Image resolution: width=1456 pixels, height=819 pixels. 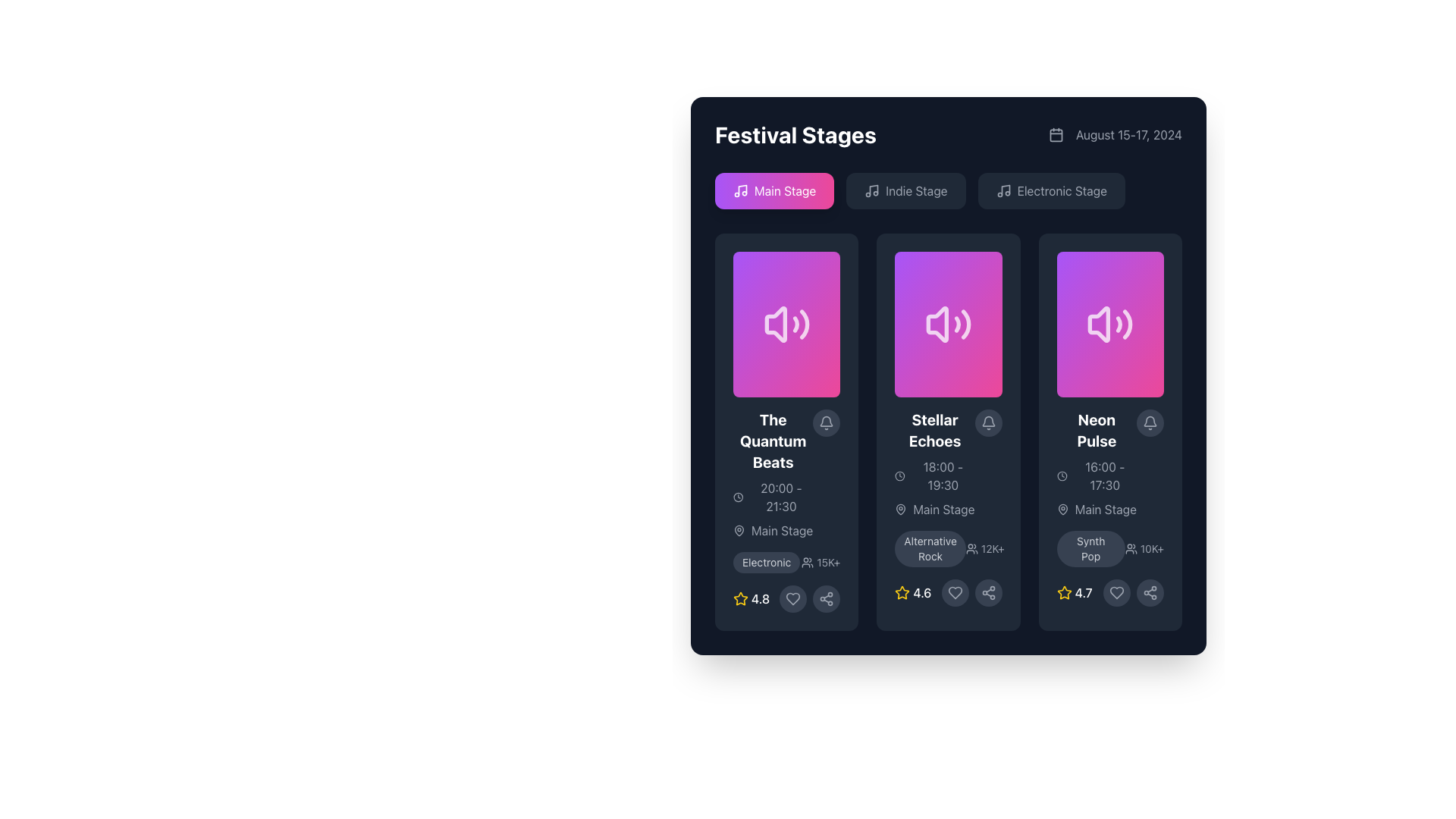 What do you see at coordinates (988, 423) in the screenshot?
I see `the bell icon located in the upper right corner of the 'Stellar Echoes' event card` at bounding box center [988, 423].